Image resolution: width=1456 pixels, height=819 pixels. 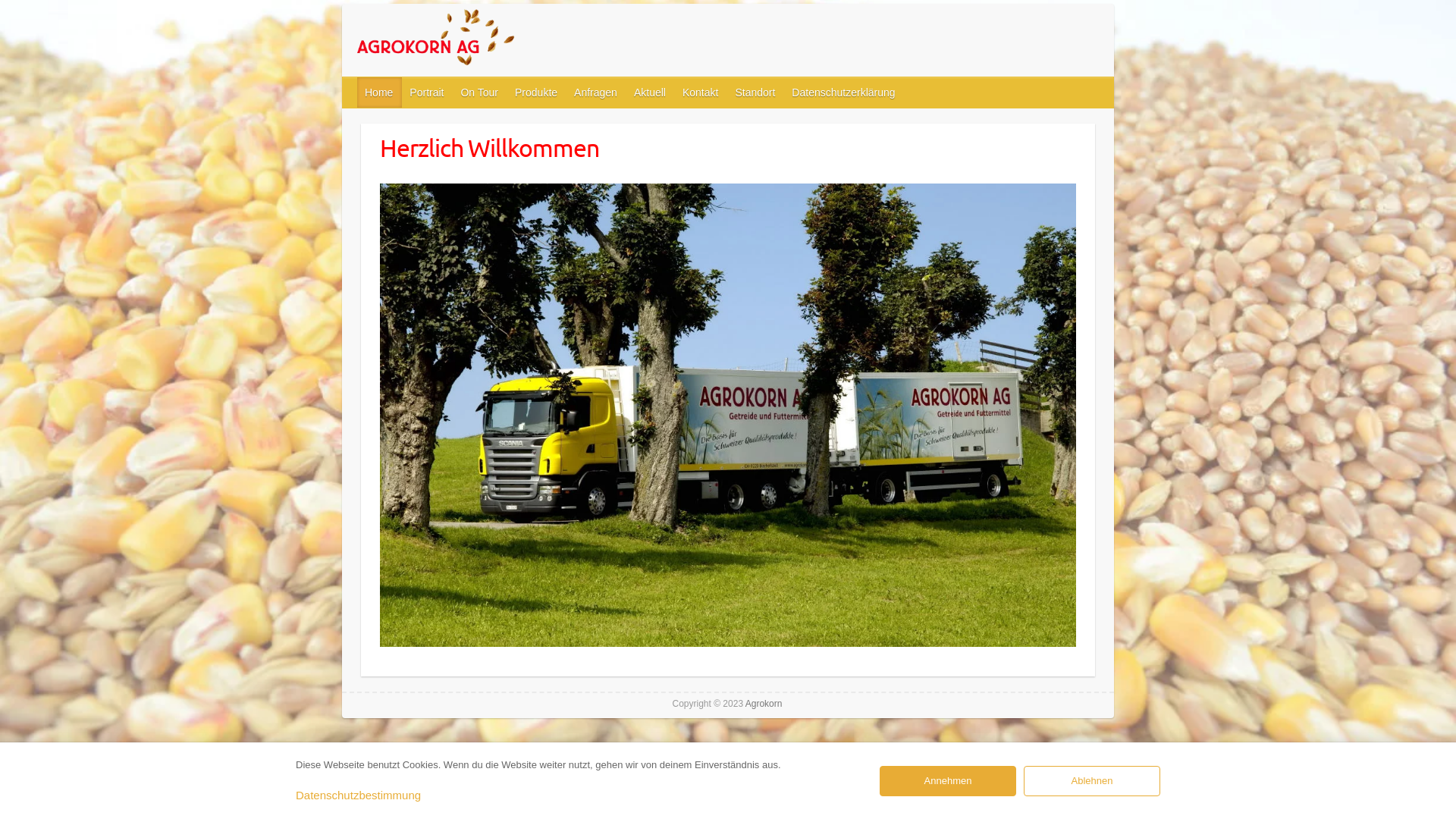 I want to click on 'Anfragen', so click(x=595, y=93).